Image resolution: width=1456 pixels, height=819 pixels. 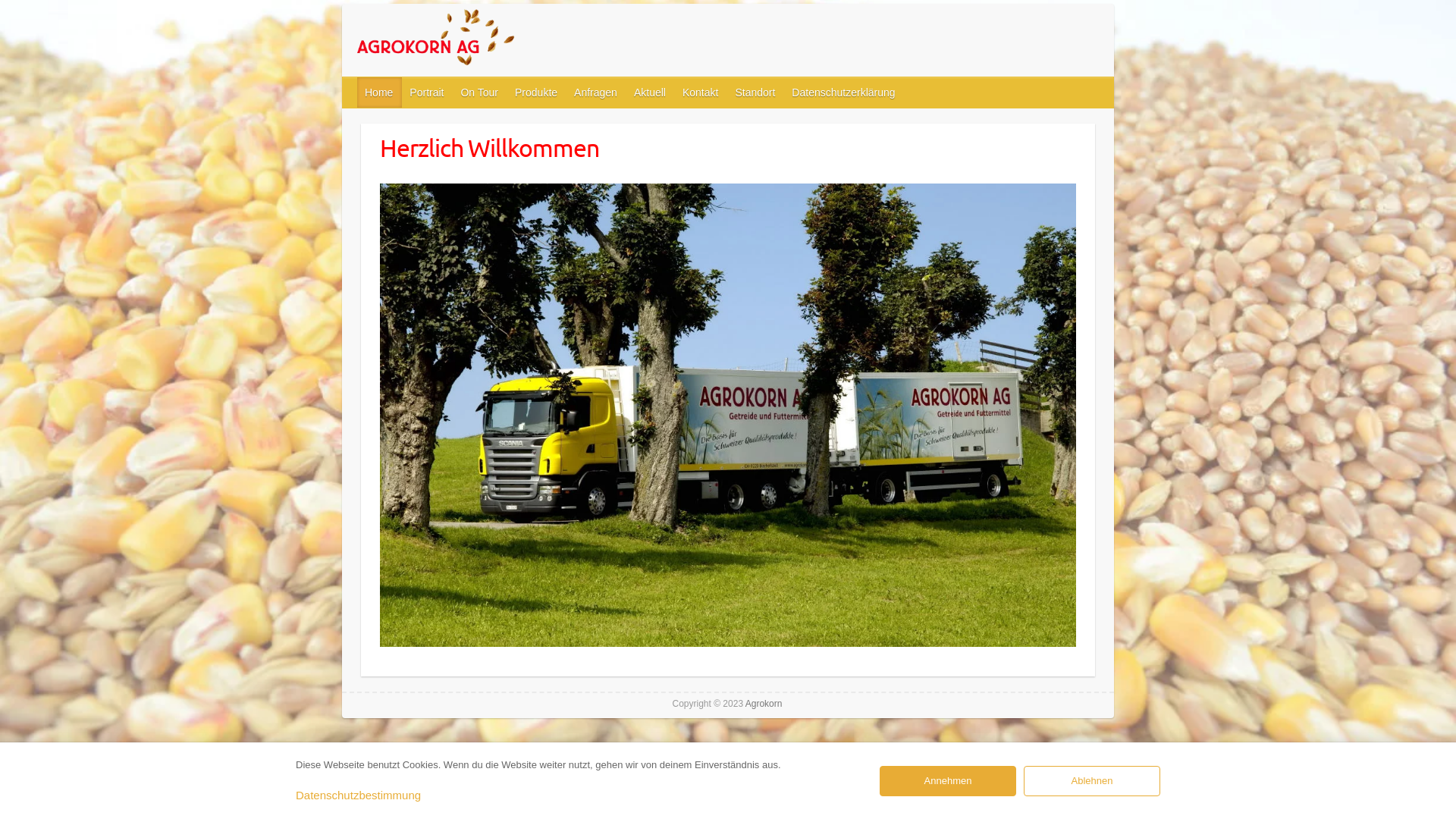 I want to click on 'Anfragen', so click(x=595, y=93).